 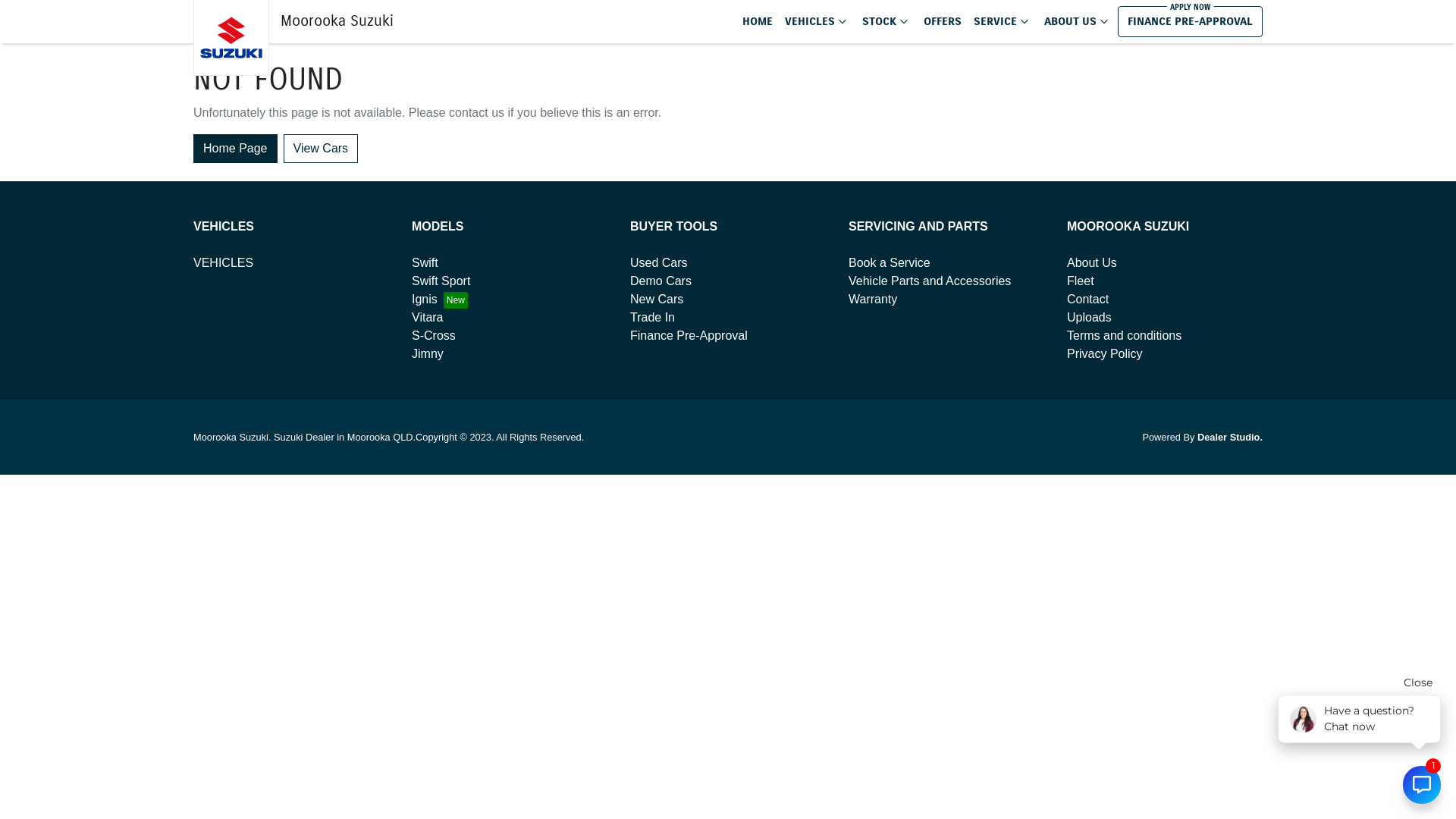 What do you see at coordinates (1003, 21) in the screenshot?
I see `'SERVICE'` at bounding box center [1003, 21].